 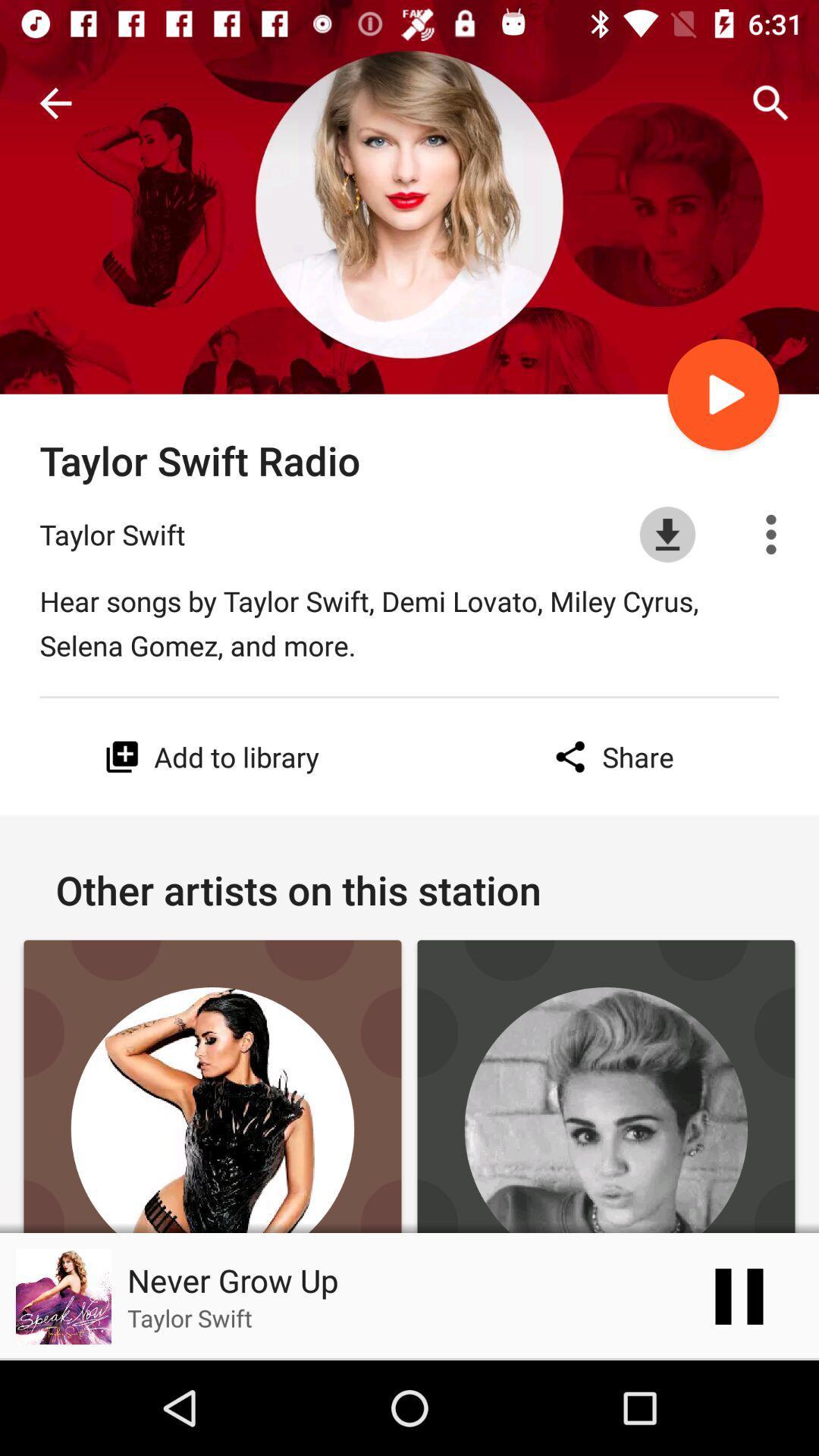 What do you see at coordinates (739, 1295) in the screenshot?
I see `the pause icon` at bounding box center [739, 1295].